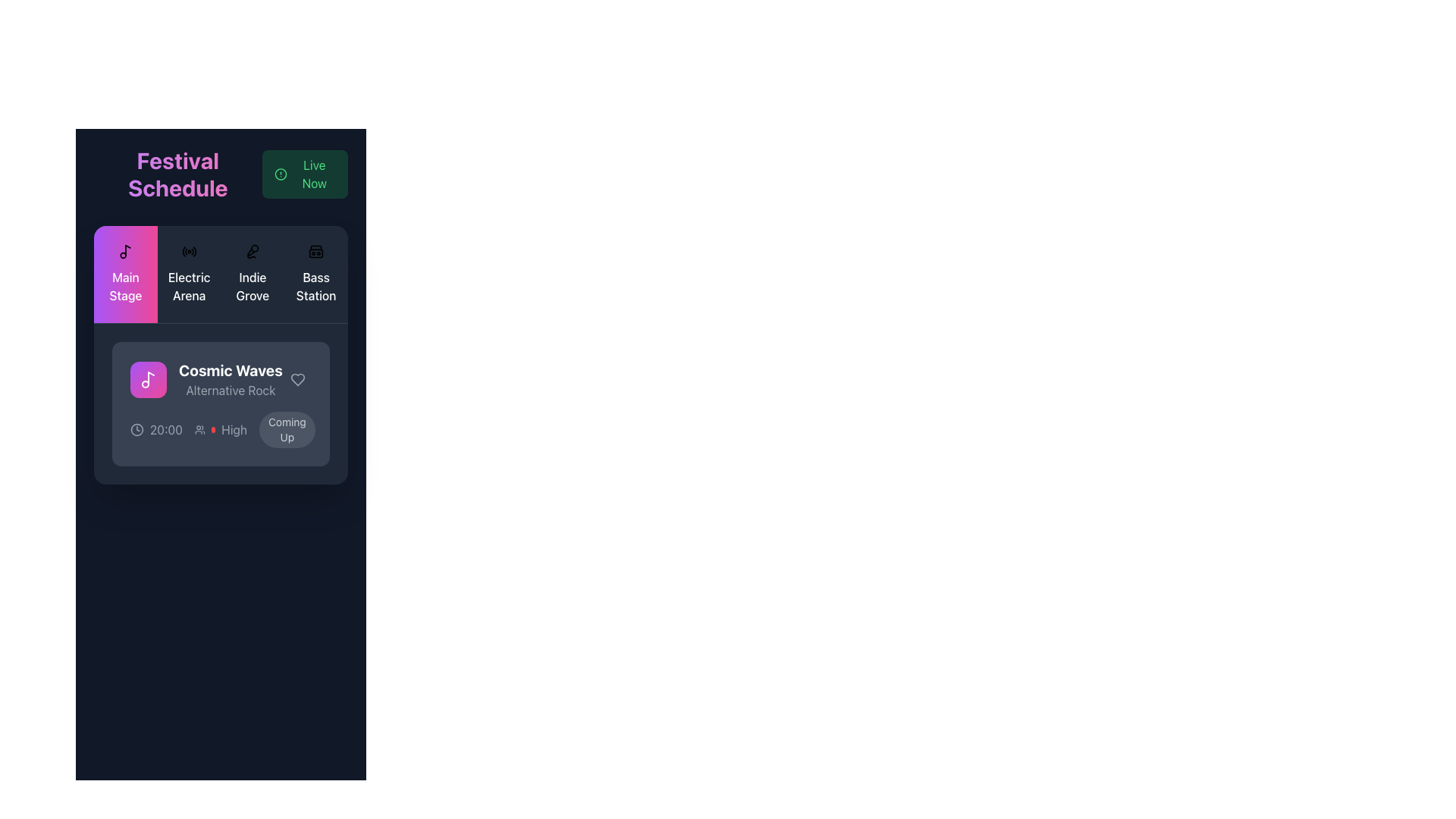 This screenshot has height=819, width=1456. Describe the element at coordinates (315, 287) in the screenshot. I see `the 'Bass Station' stage label in the schedule navigation interface, which is the last element in a vertical list of stage labels` at that location.